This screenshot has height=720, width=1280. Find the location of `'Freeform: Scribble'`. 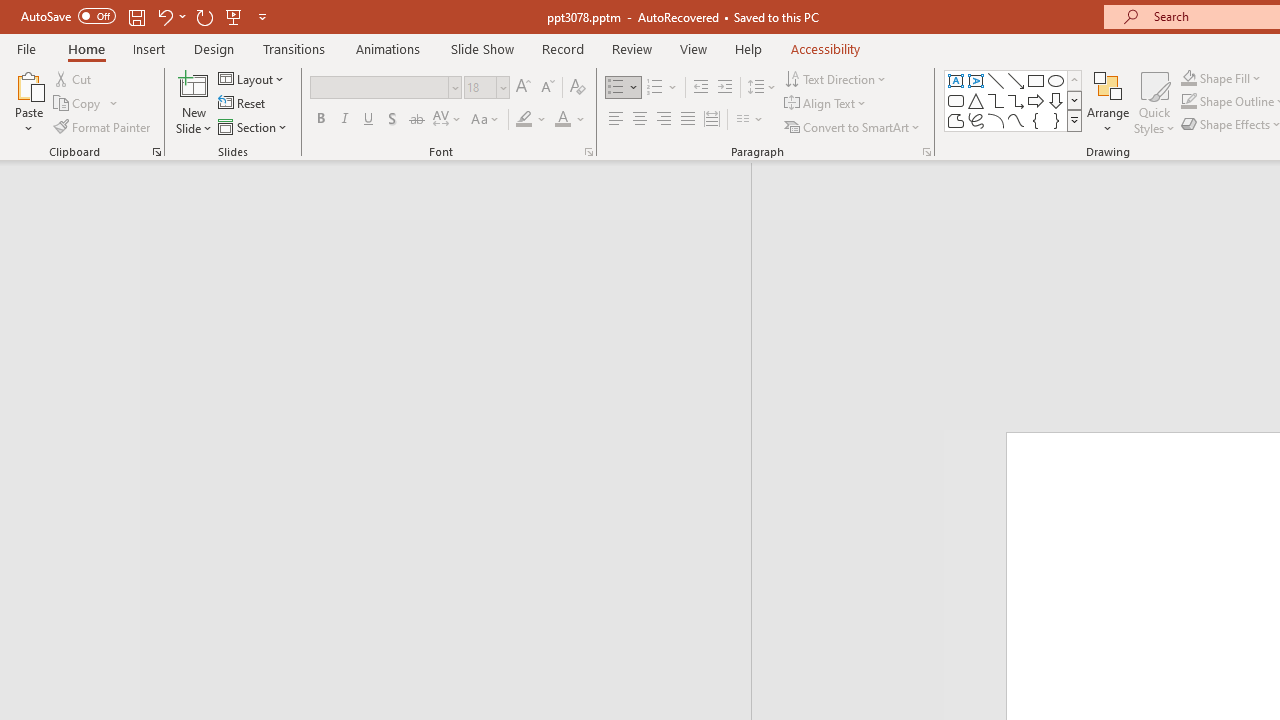

'Freeform: Scribble' is located at coordinates (976, 120).